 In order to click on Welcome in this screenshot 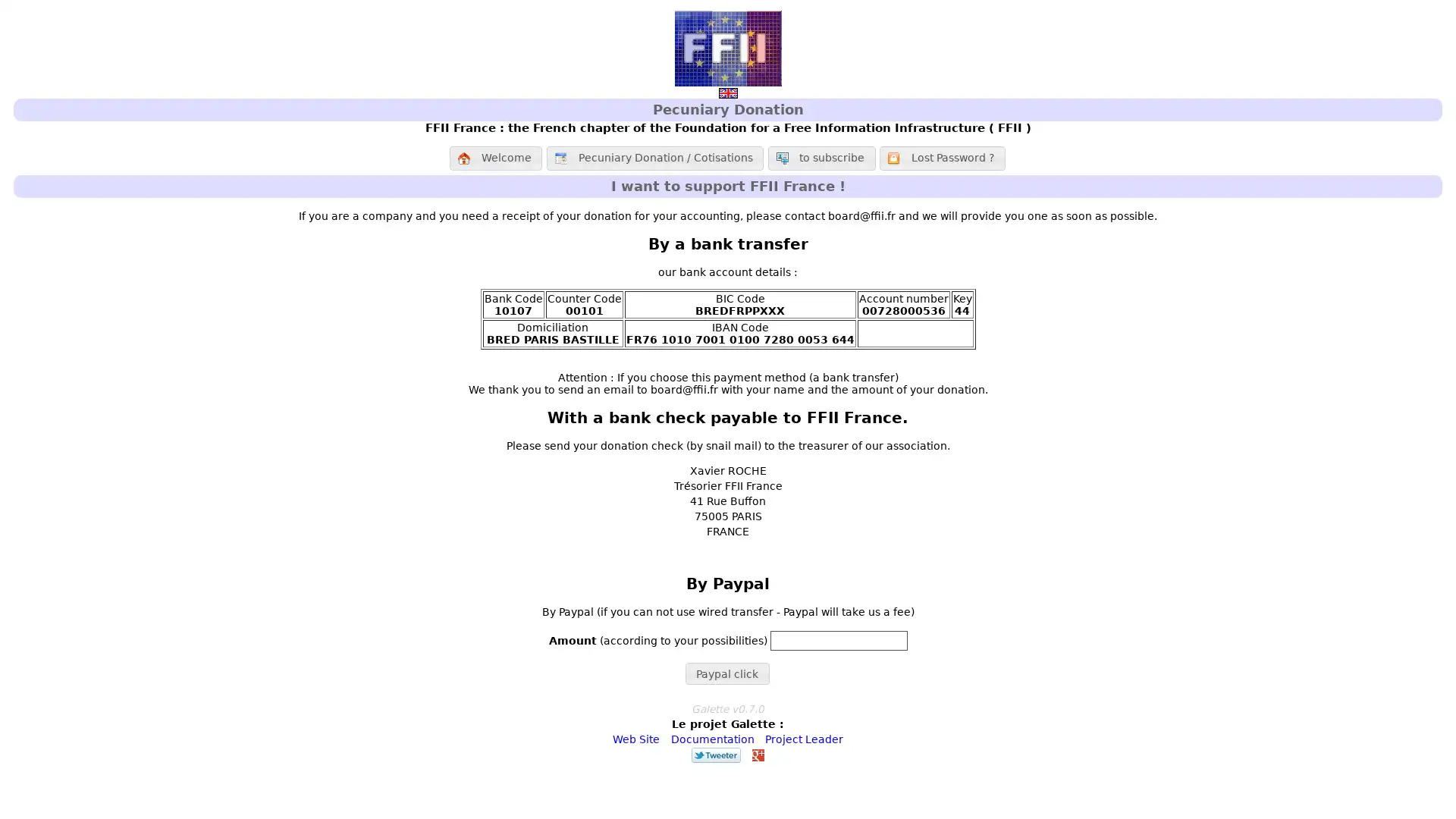, I will do `click(495, 158)`.